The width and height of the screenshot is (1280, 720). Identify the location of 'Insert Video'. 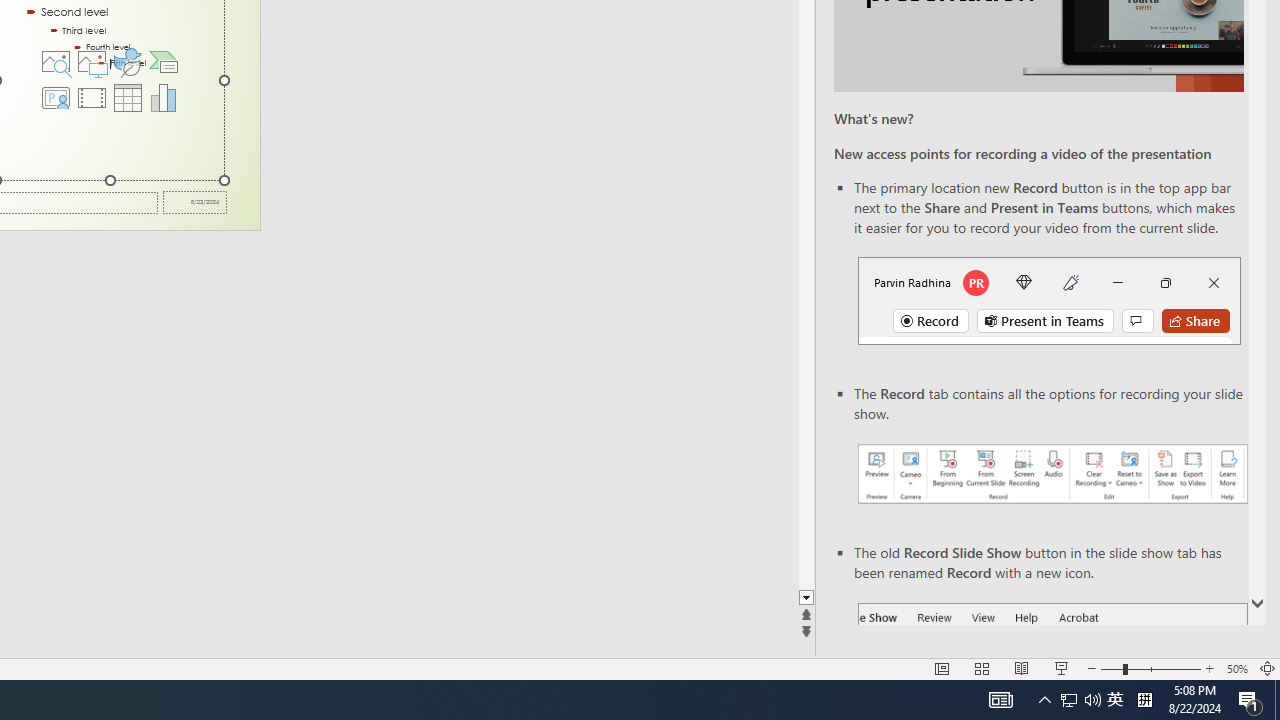
(90, 97).